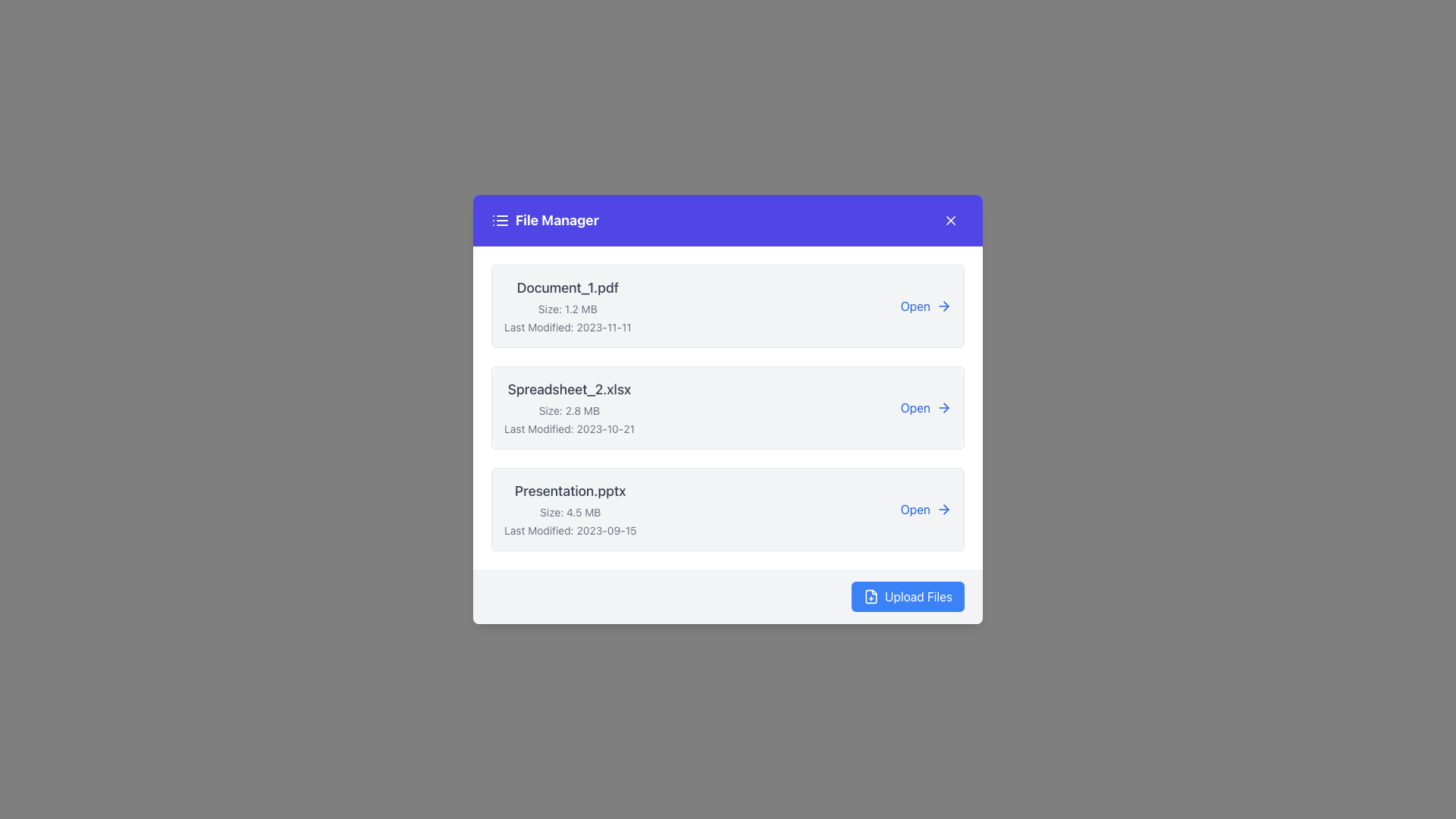 The image size is (1456, 819). Describe the element at coordinates (568, 406) in the screenshot. I see `the textual display element that presents metadata about a file, located in the middle of the list of file entries within the file manager interface, specifically the second entry among three visible entries` at that location.